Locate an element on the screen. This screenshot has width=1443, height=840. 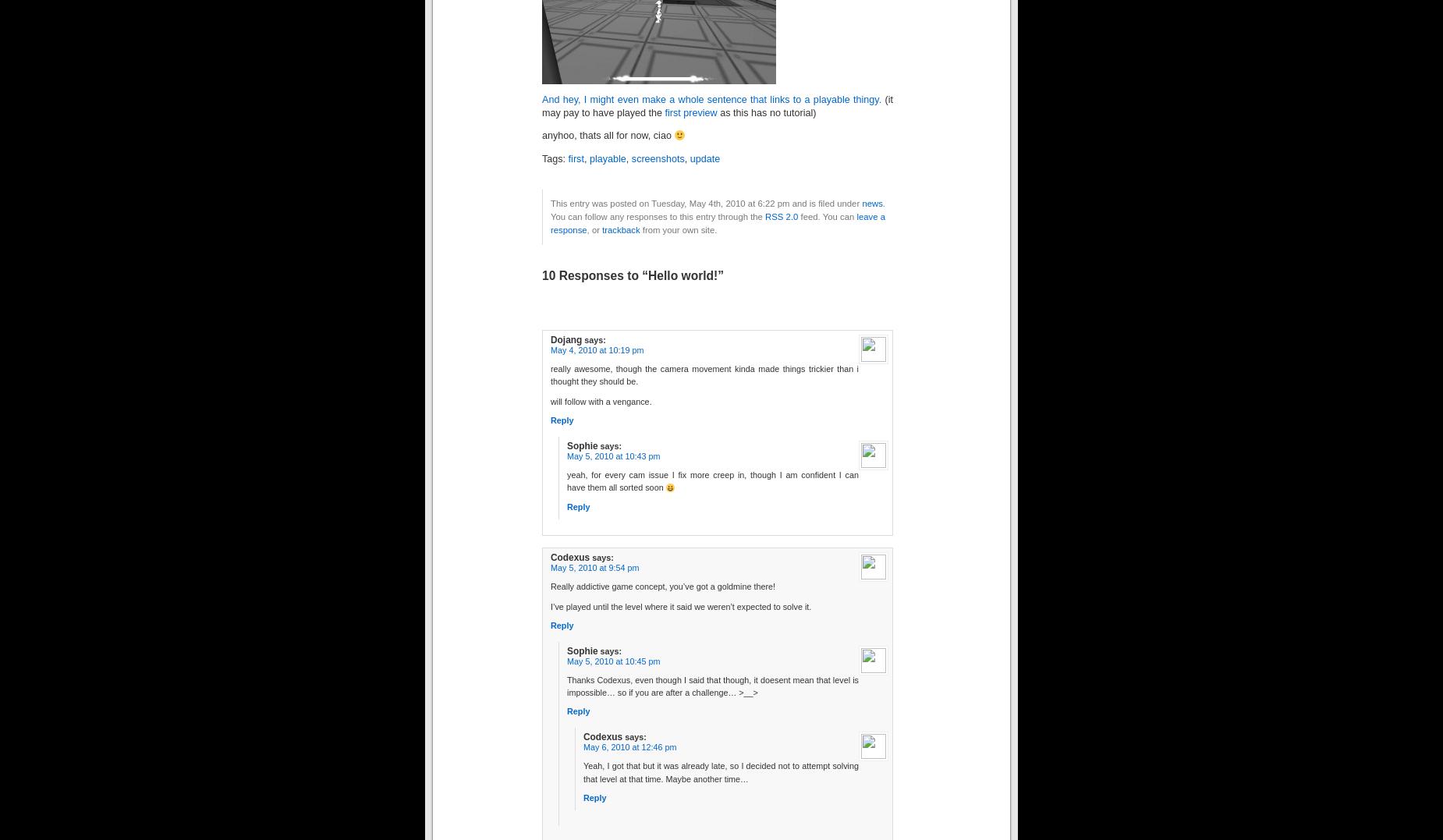
'will follow with a vengance.' is located at coordinates (601, 401).